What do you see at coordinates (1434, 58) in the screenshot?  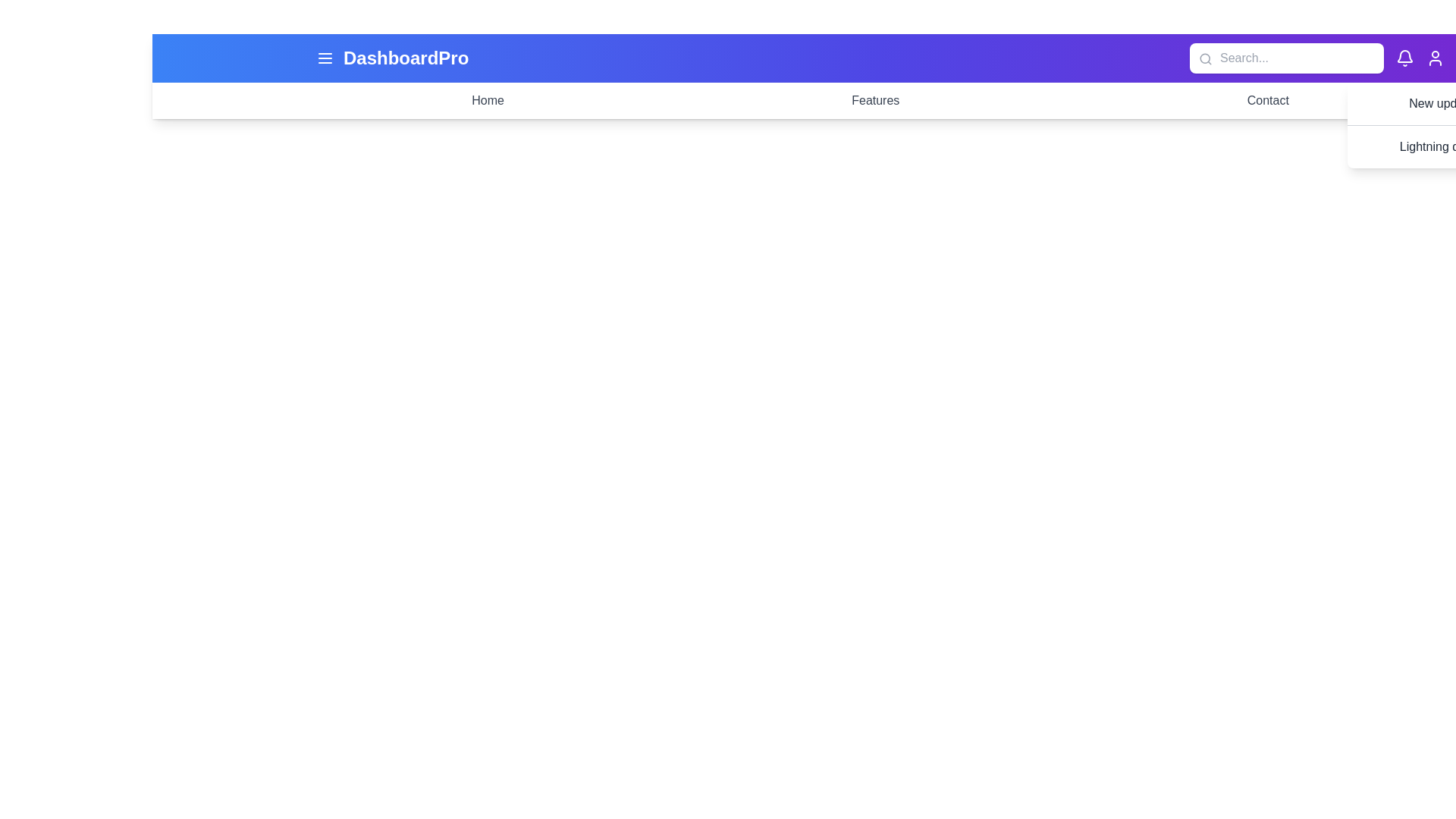 I see `the user profile icon to open profile actions` at bounding box center [1434, 58].